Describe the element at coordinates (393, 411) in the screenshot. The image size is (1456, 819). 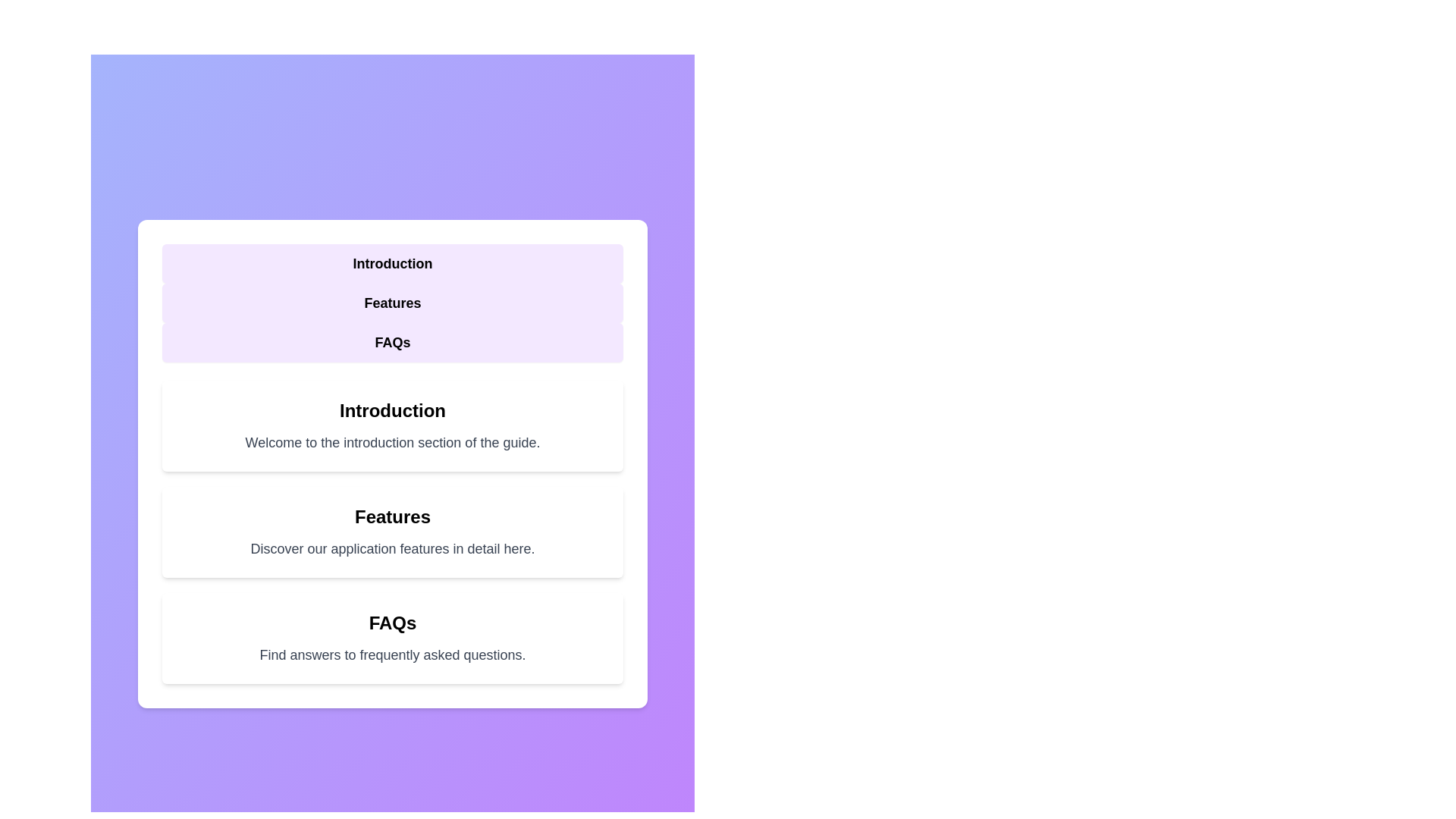
I see `the primary heading text label that indicates the content scope of its section, which is located above the descriptive text 'Welcome to the introduction section of the guide.'` at that location.